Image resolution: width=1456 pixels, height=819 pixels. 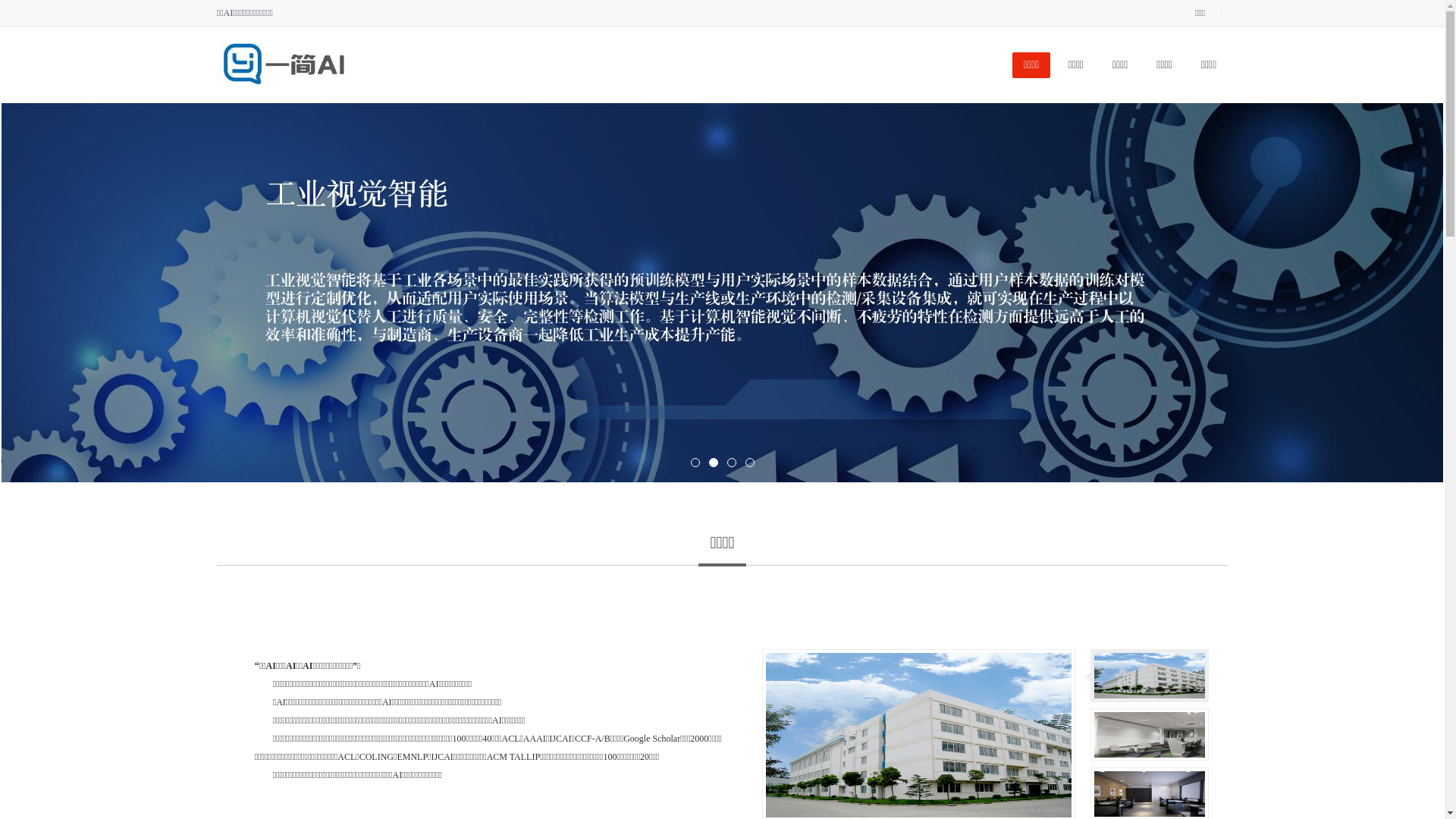 I want to click on '2', so click(x=712, y=461).